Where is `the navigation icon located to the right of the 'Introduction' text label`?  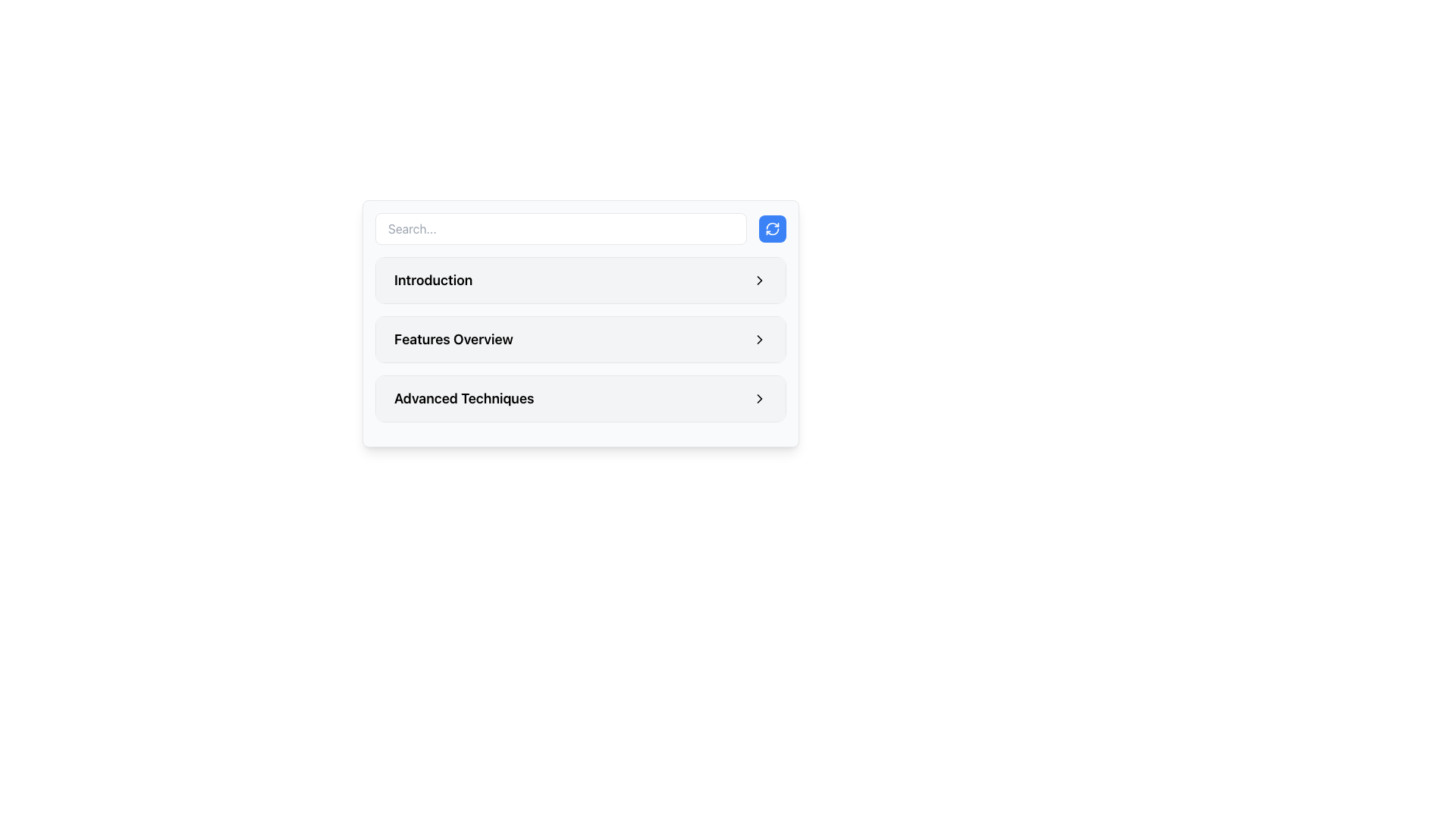 the navigation icon located to the right of the 'Introduction' text label is located at coordinates (760, 281).